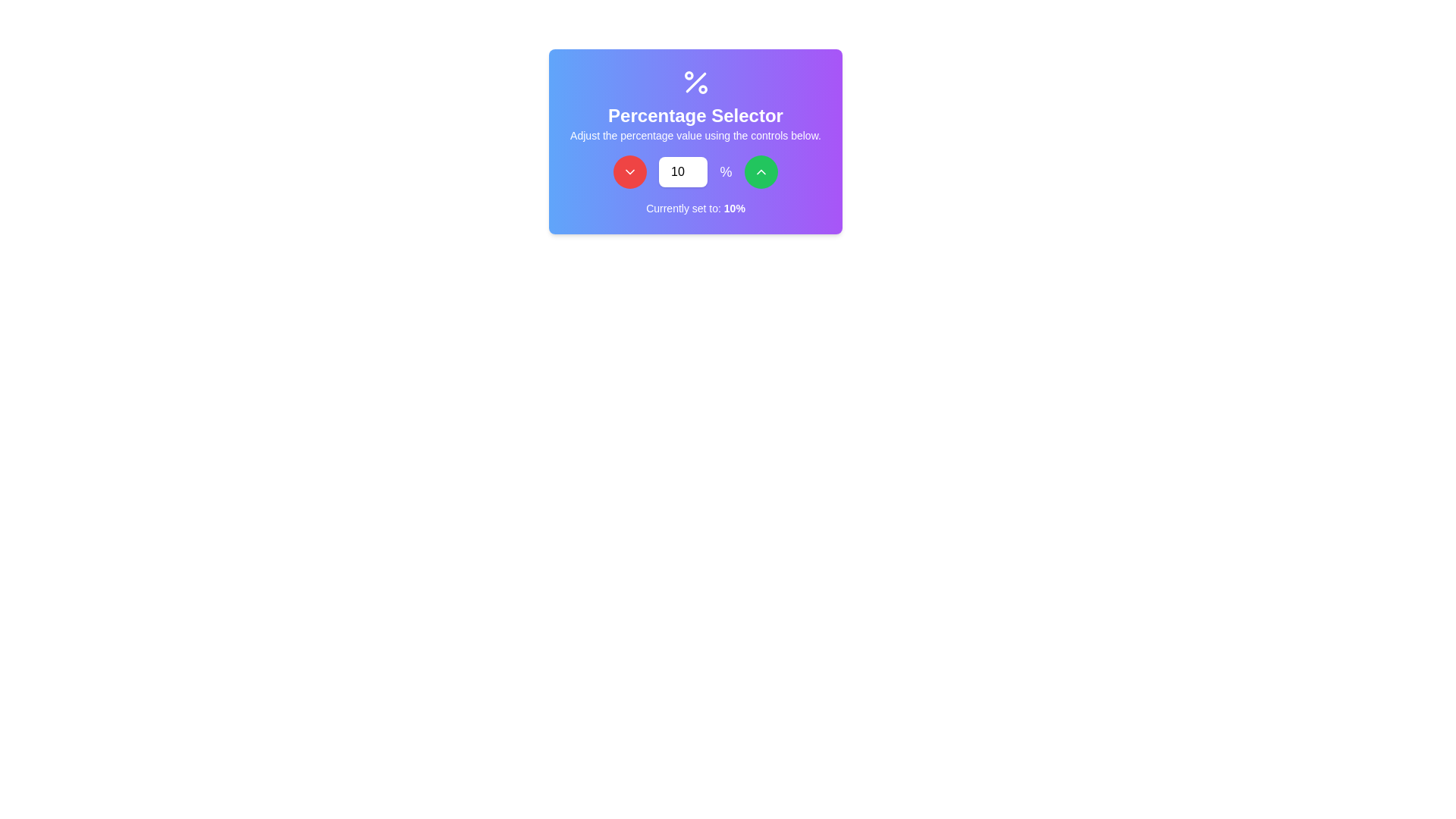 The height and width of the screenshot is (819, 1456). I want to click on the number input box that displays '10', so click(682, 171).